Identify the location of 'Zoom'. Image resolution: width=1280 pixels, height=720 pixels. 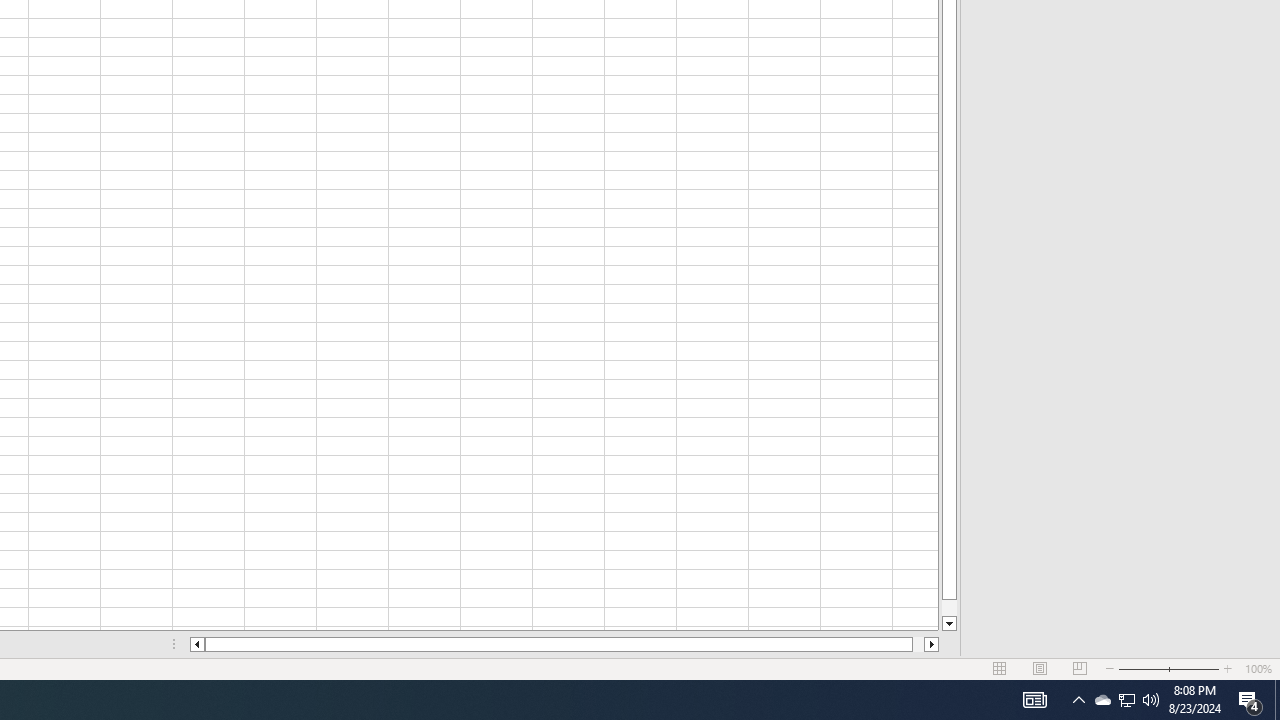
(1168, 669).